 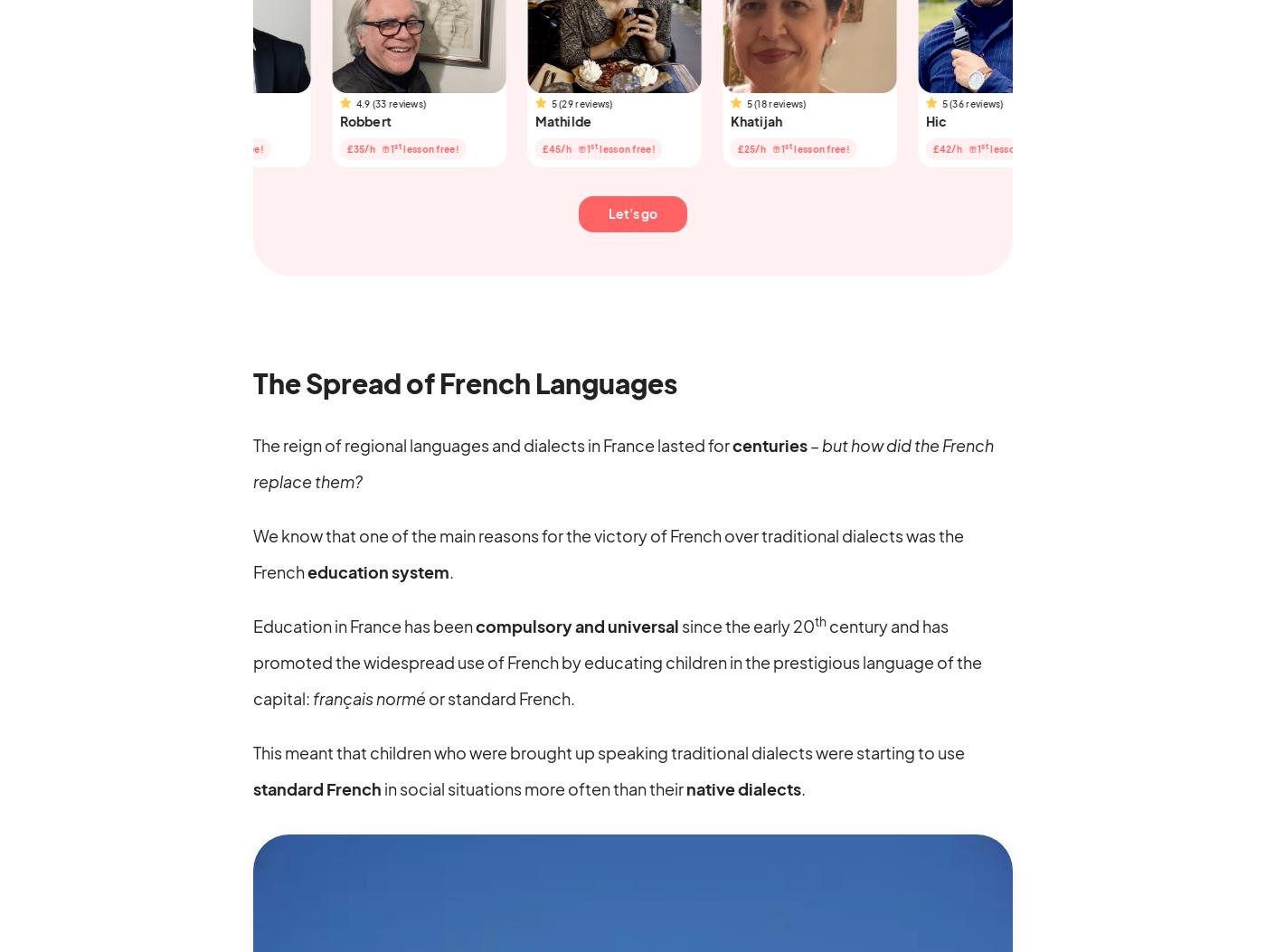 I want to click on 'compulsory and universal', so click(x=577, y=625).